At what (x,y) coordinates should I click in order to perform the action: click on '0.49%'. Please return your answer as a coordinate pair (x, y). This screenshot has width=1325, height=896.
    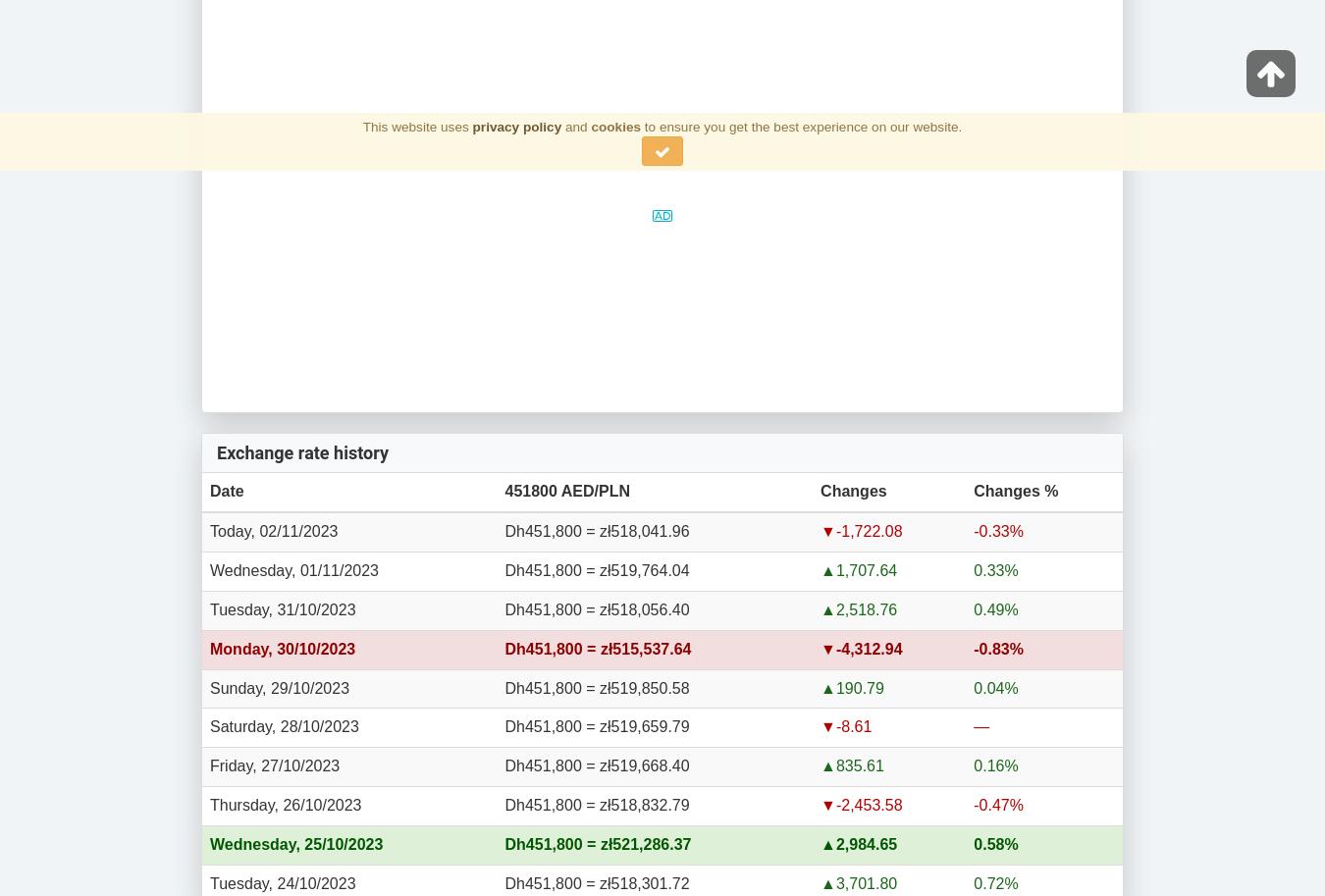
    Looking at the image, I should click on (995, 608).